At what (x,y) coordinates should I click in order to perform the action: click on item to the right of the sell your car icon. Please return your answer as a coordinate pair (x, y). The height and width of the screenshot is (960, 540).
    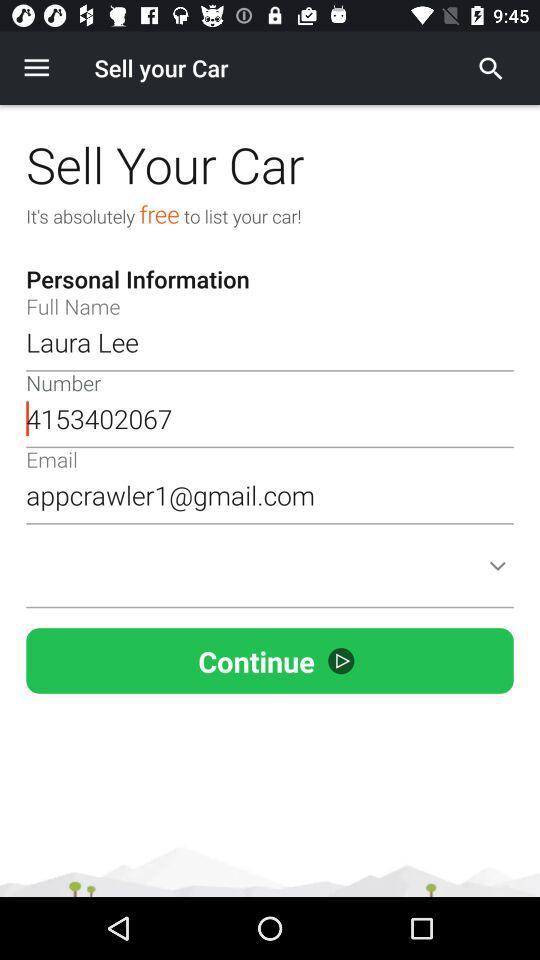
    Looking at the image, I should click on (490, 68).